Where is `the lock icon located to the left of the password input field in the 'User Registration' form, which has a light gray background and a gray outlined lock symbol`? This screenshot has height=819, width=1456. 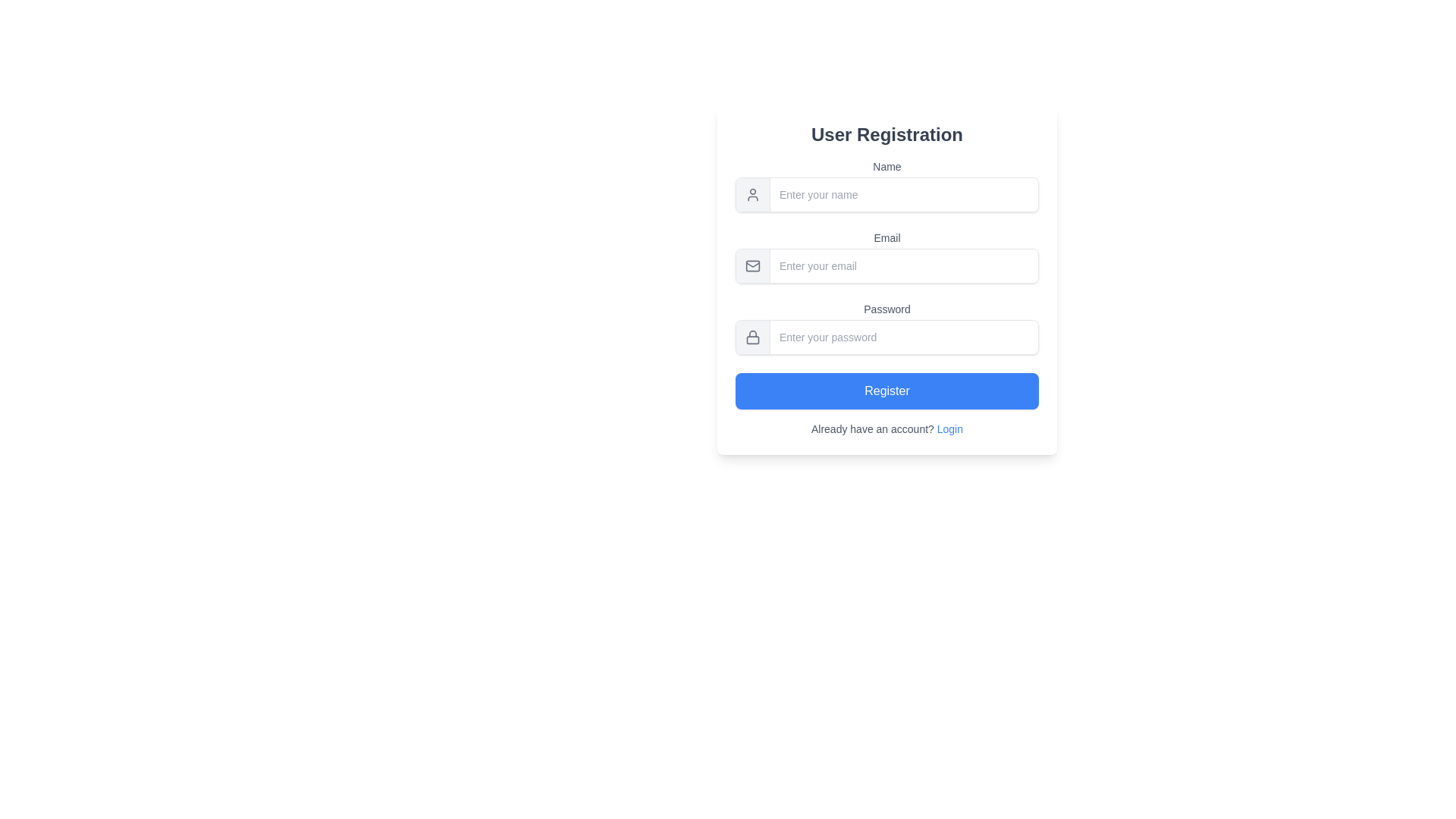 the lock icon located to the left of the password input field in the 'User Registration' form, which has a light gray background and a gray outlined lock symbol is located at coordinates (753, 336).